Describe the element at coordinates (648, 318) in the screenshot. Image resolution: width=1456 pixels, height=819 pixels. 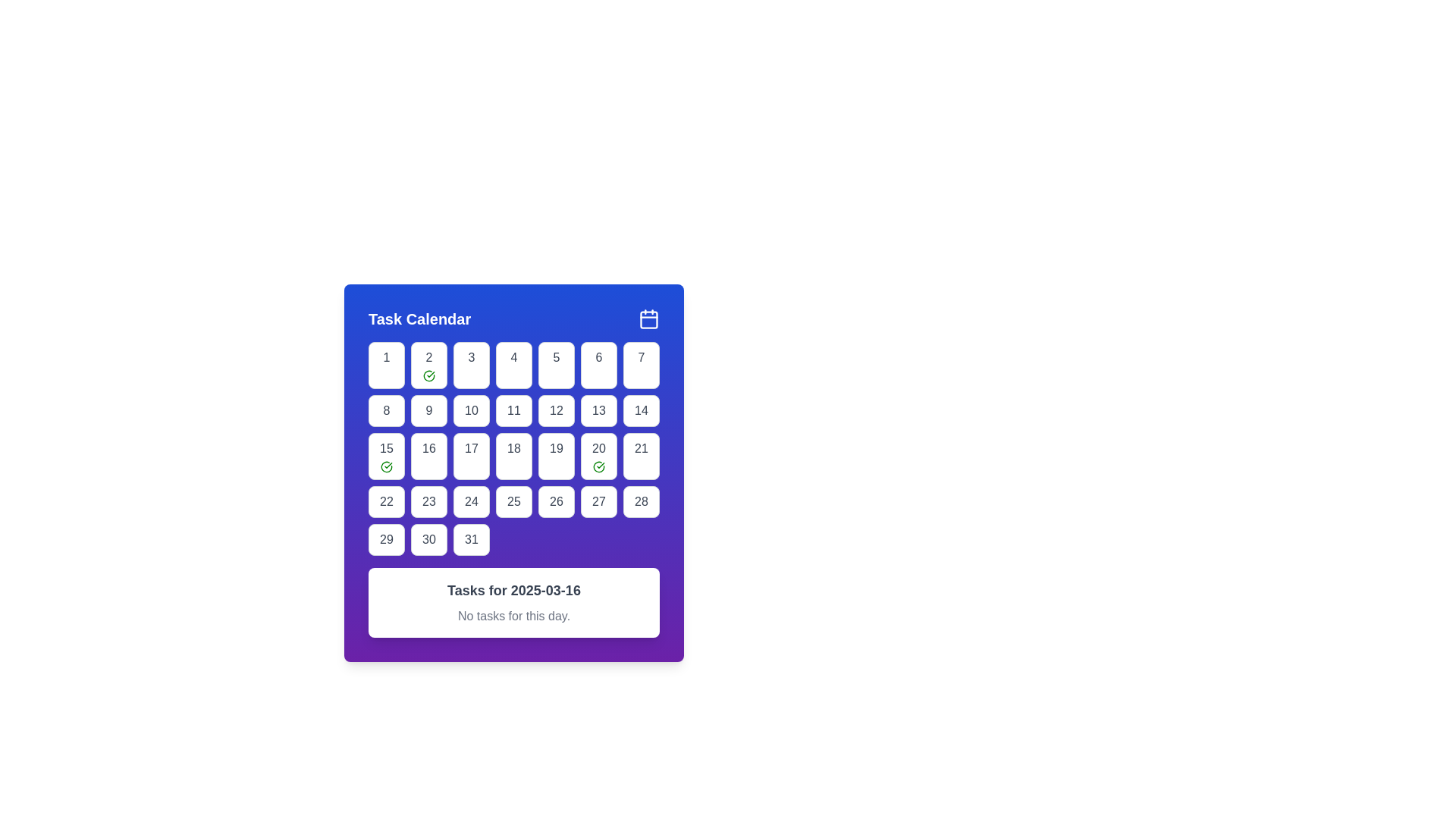
I see `the calendar icon located in the top right corner of the blue header bar` at that location.